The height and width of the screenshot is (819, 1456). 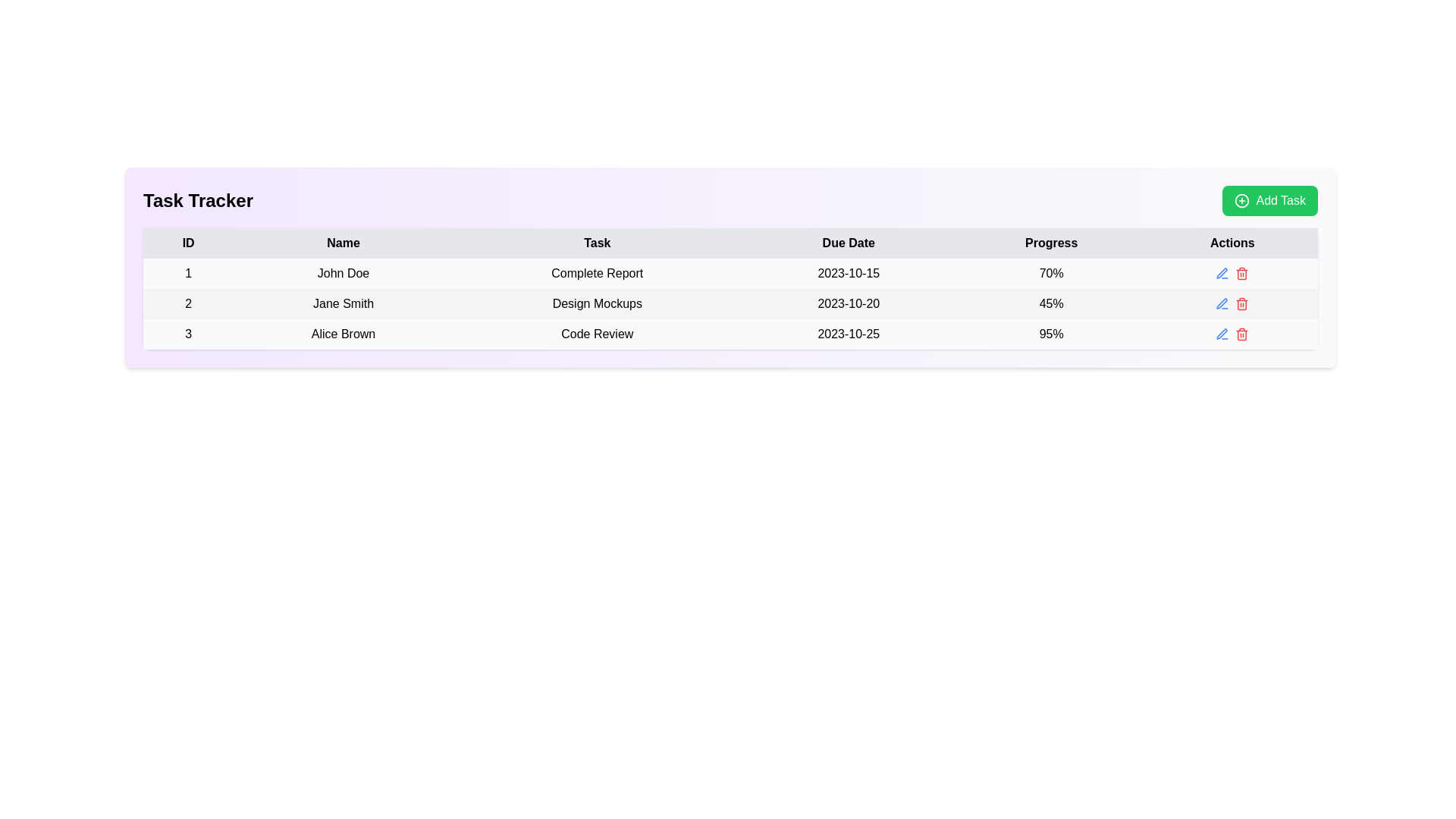 I want to click on date displayed in the table cell that shows '2023-10-20', which is the fourth cell in the second row under the 'Due Date' column, so click(x=848, y=304).